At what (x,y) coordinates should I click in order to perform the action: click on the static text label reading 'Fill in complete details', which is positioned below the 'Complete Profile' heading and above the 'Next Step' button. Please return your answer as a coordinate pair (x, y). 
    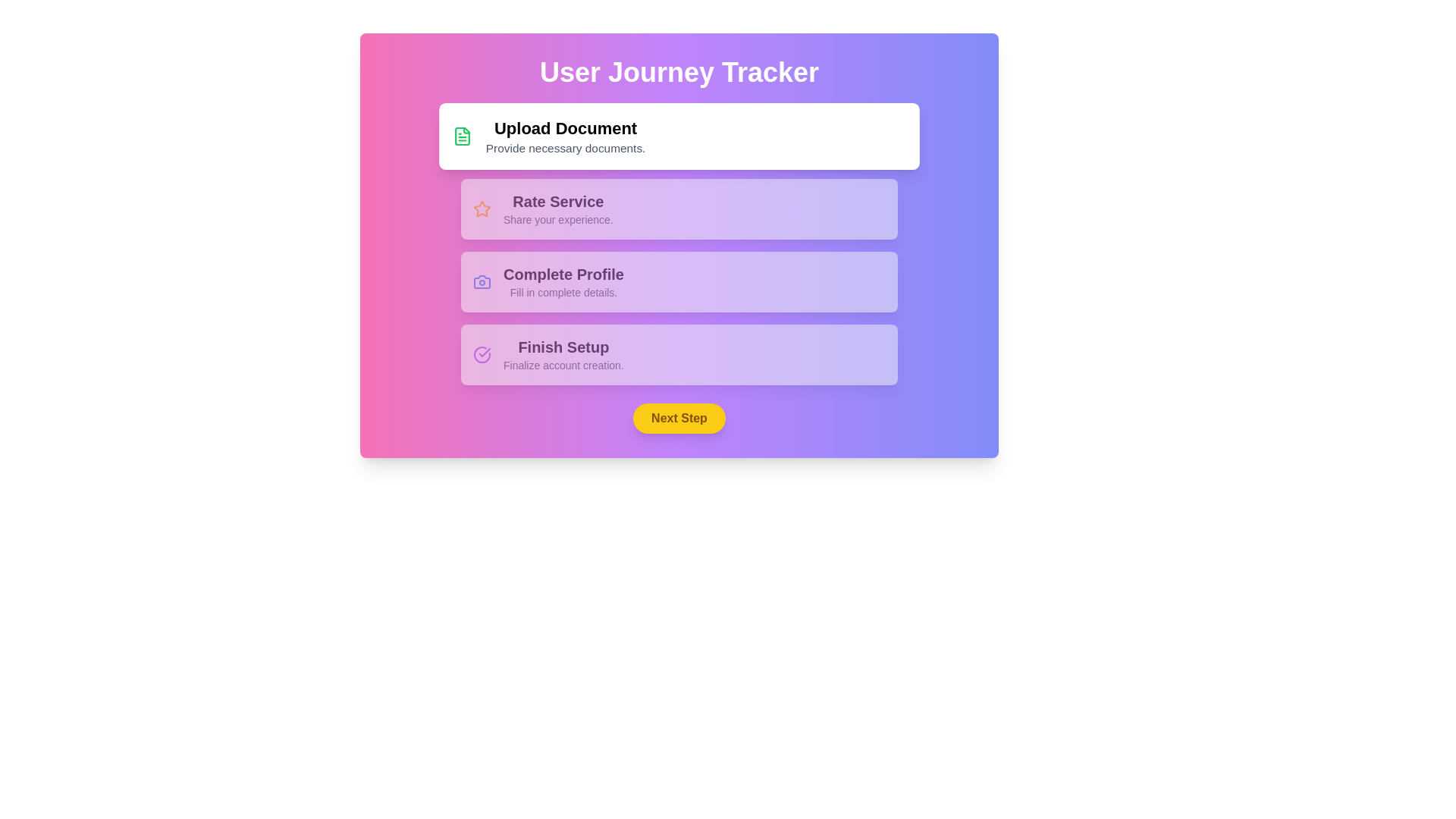
    Looking at the image, I should click on (563, 292).